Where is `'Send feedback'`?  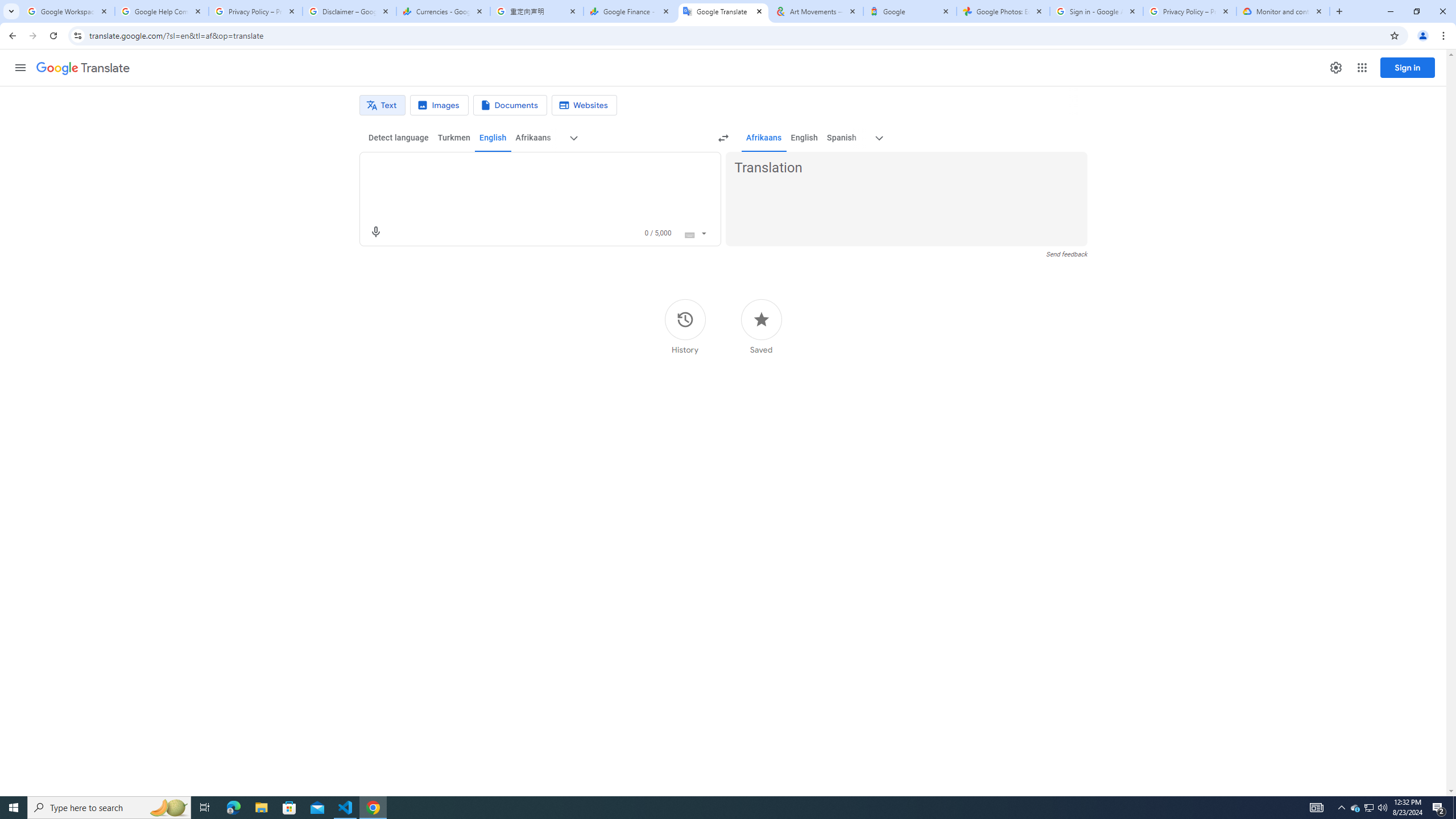 'Send feedback' is located at coordinates (1066, 254).